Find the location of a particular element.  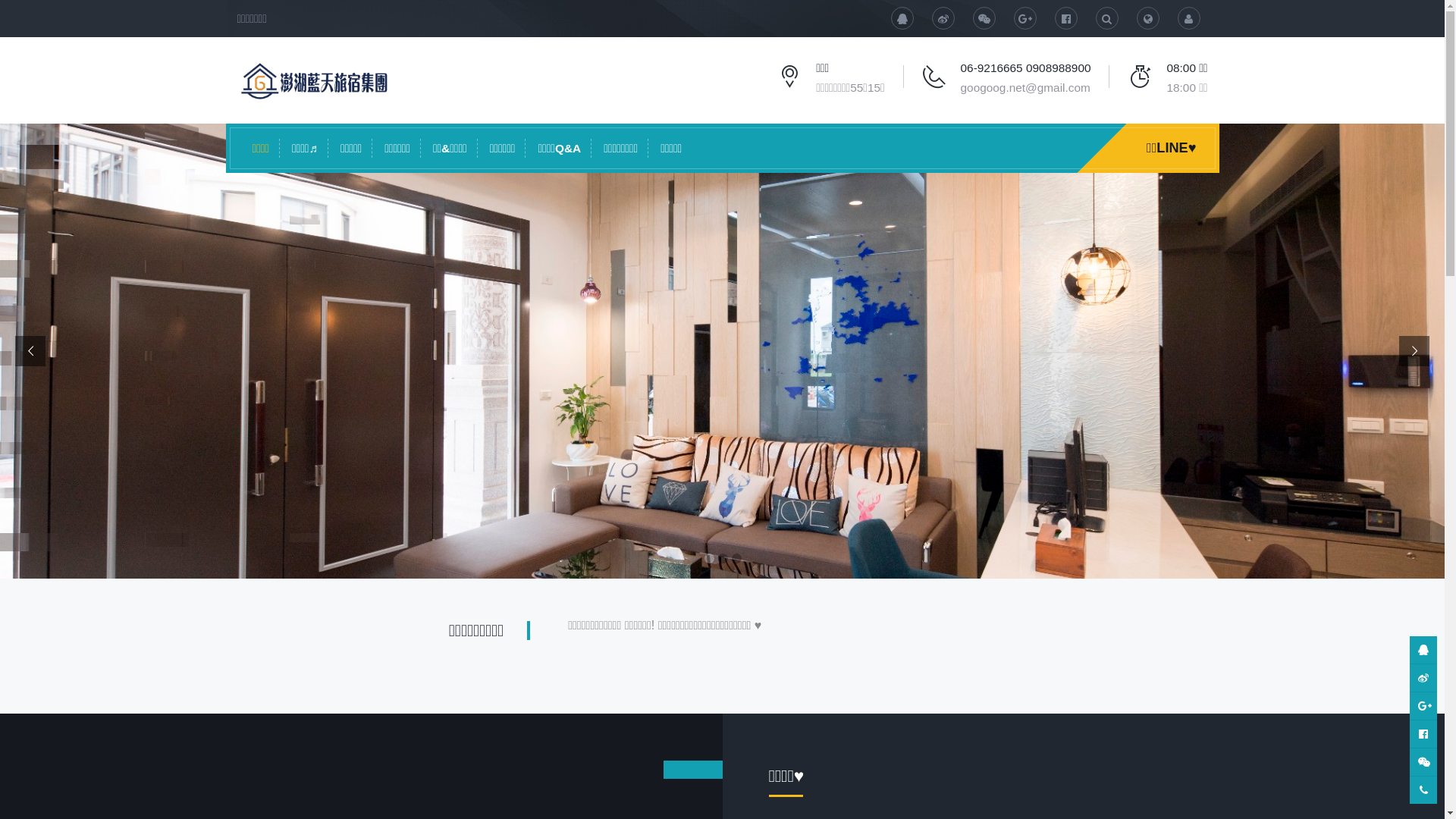

'Toggle Search' is located at coordinates (1136, 17).